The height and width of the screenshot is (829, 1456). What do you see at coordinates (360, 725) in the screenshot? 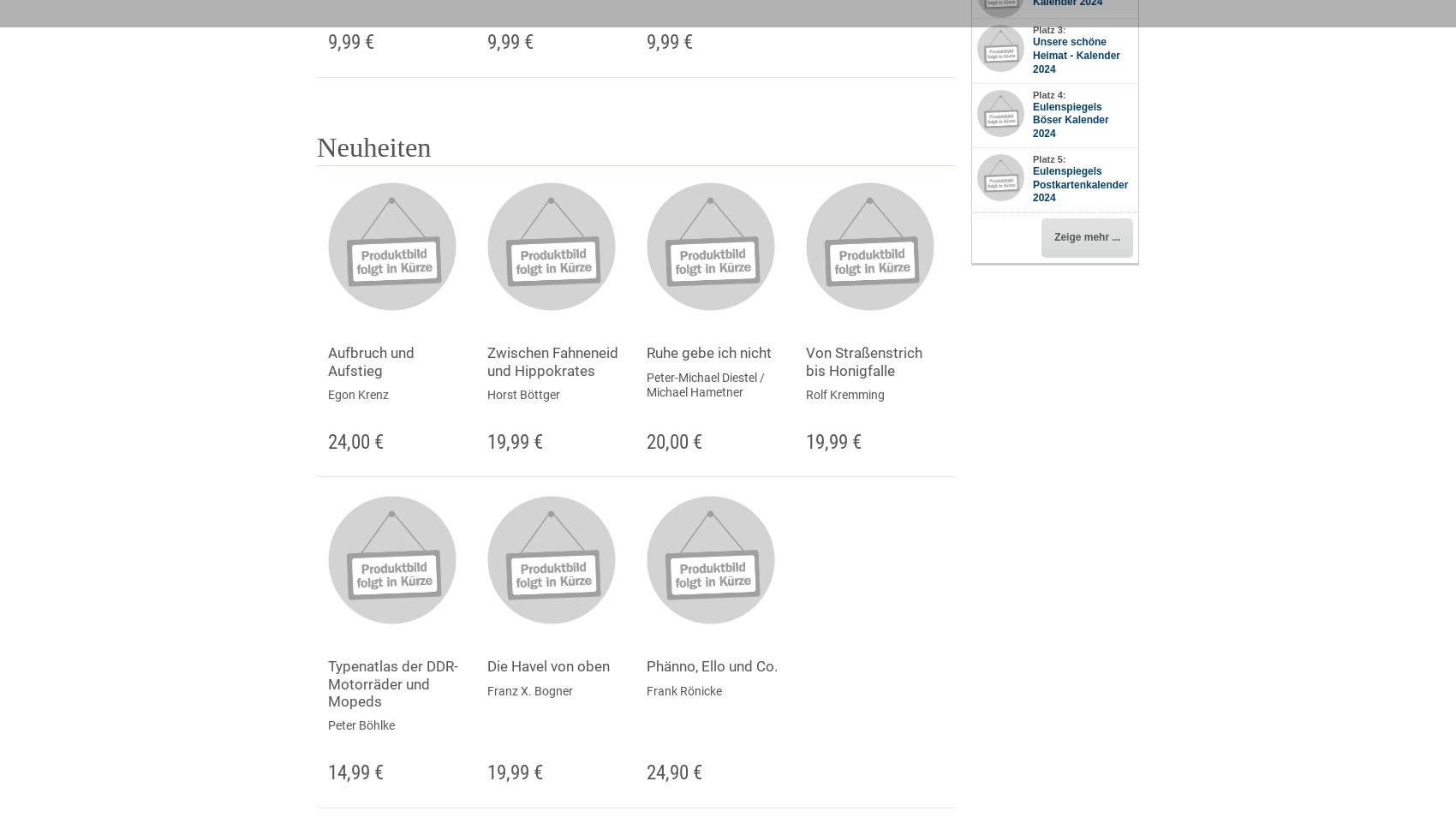
I see `'Peter Böhlke'` at bounding box center [360, 725].